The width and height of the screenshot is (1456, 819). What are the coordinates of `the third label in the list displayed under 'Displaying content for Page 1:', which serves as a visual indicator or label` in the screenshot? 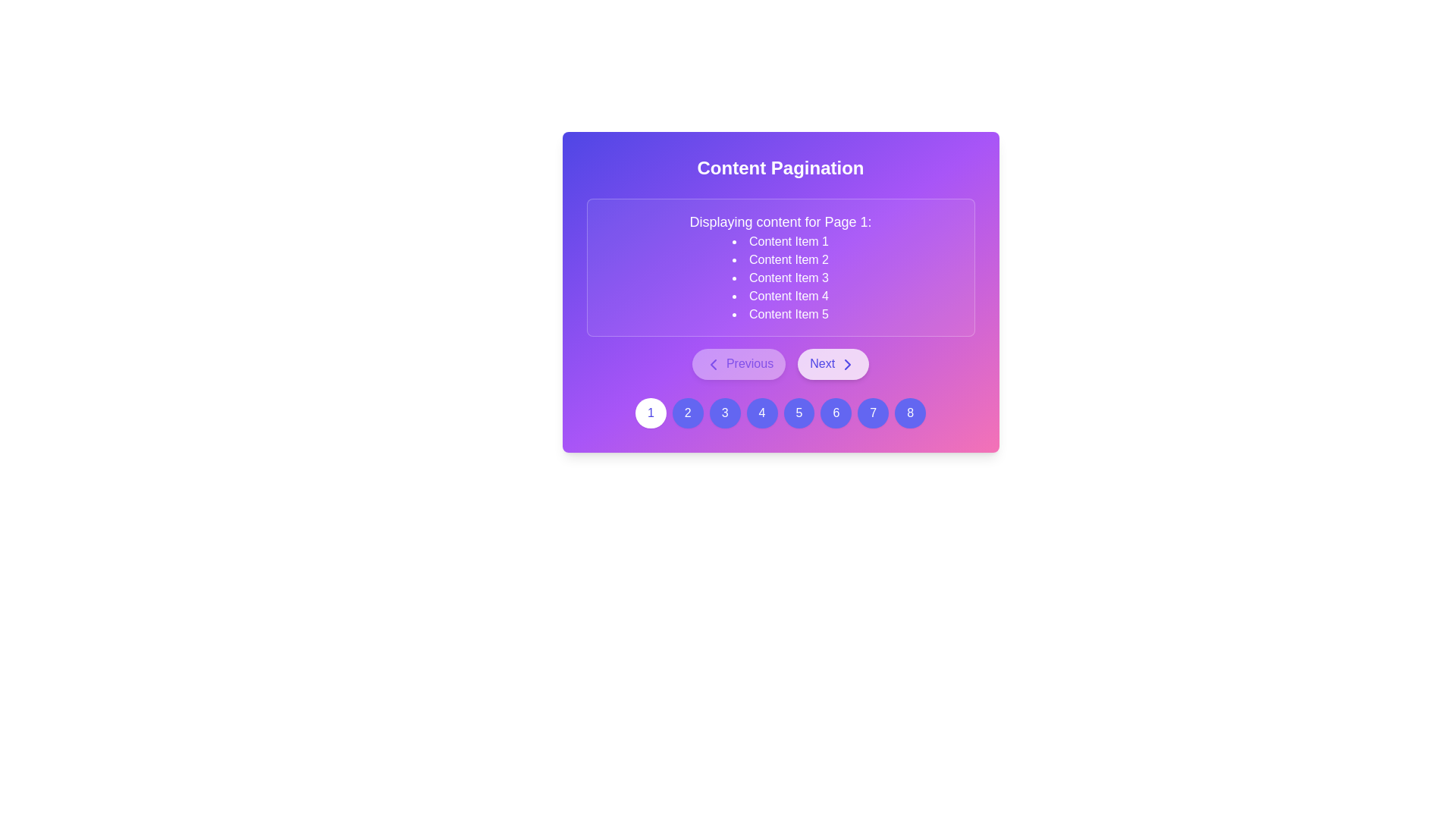 It's located at (780, 278).